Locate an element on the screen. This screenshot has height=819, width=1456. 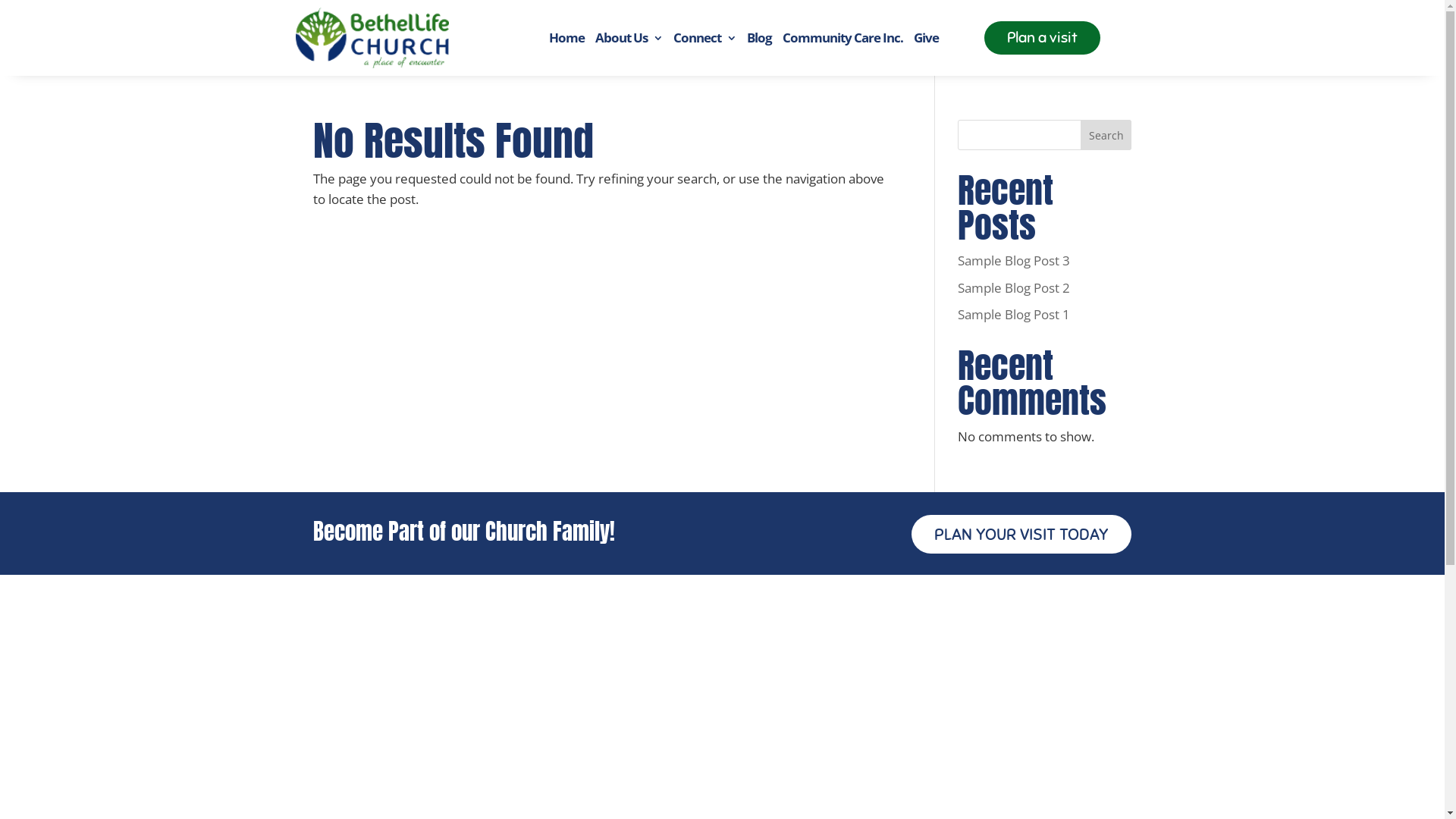
'Blog' is located at coordinates (759, 37).